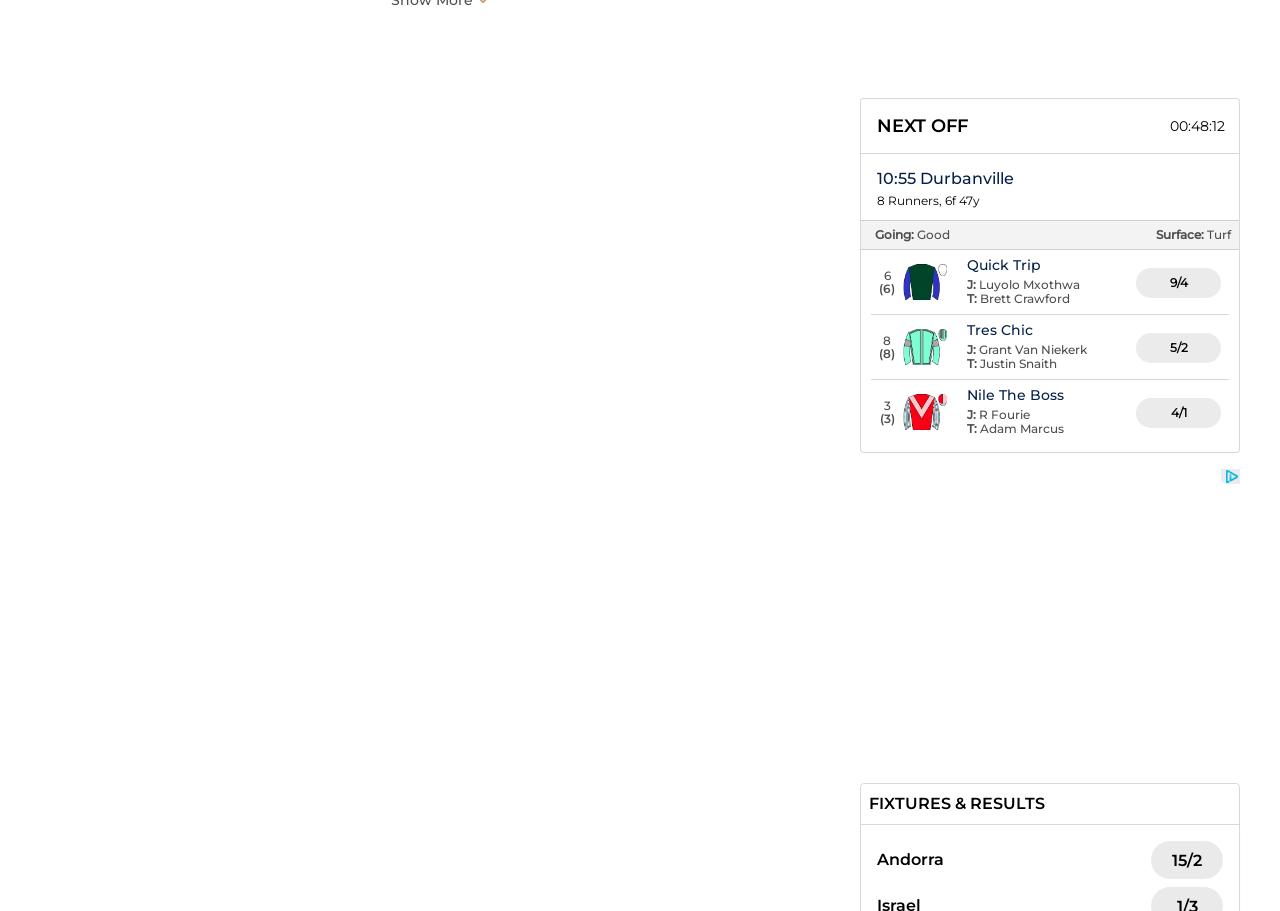 Image resolution: width=1280 pixels, height=911 pixels. Describe the element at coordinates (1004, 413) in the screenshot. I see `'R Fourie'` at that location.